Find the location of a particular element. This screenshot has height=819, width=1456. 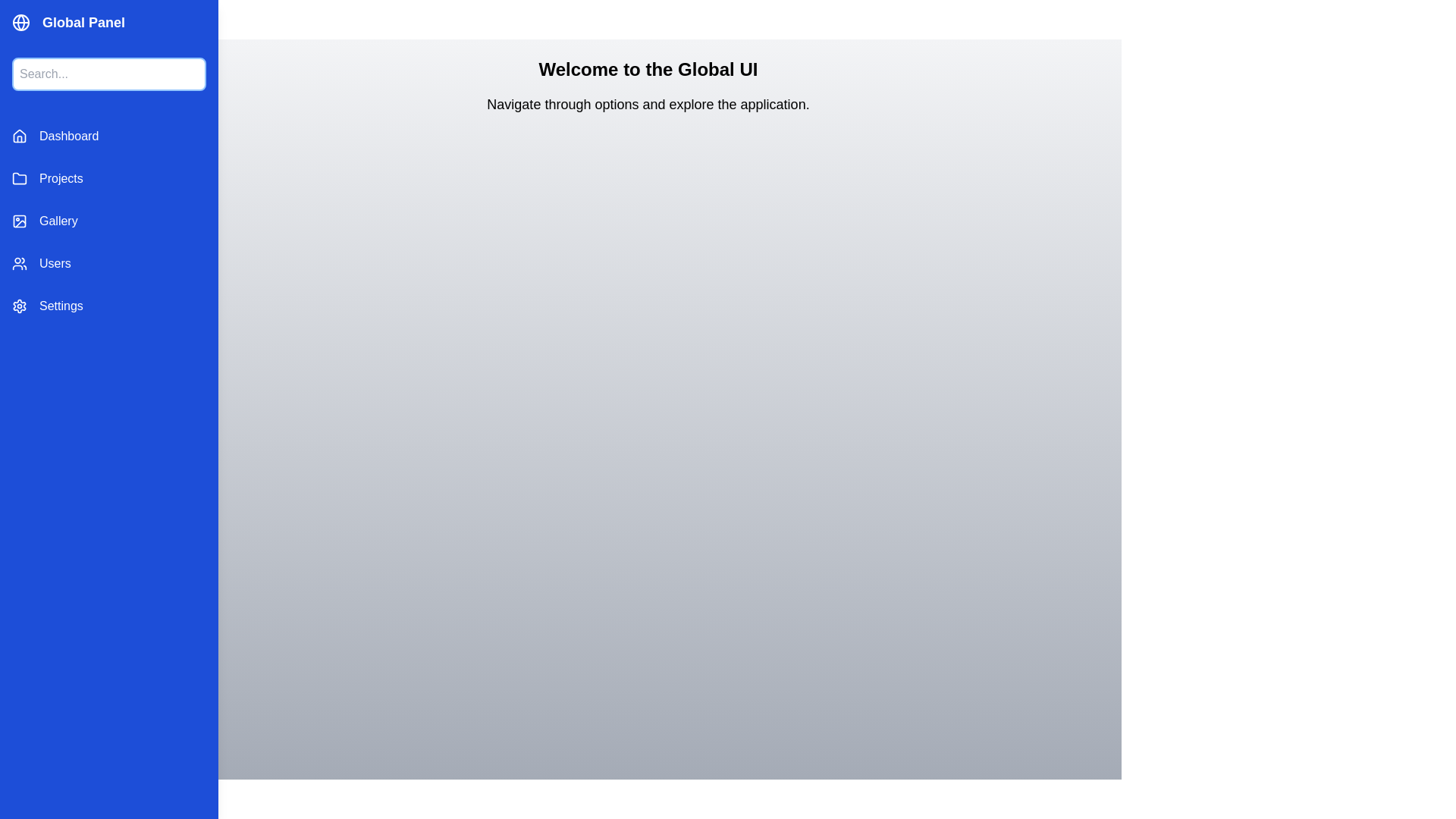

the navigation item labeled Dashboard to switch to its corresponding view is located at coordinates (108, 136).